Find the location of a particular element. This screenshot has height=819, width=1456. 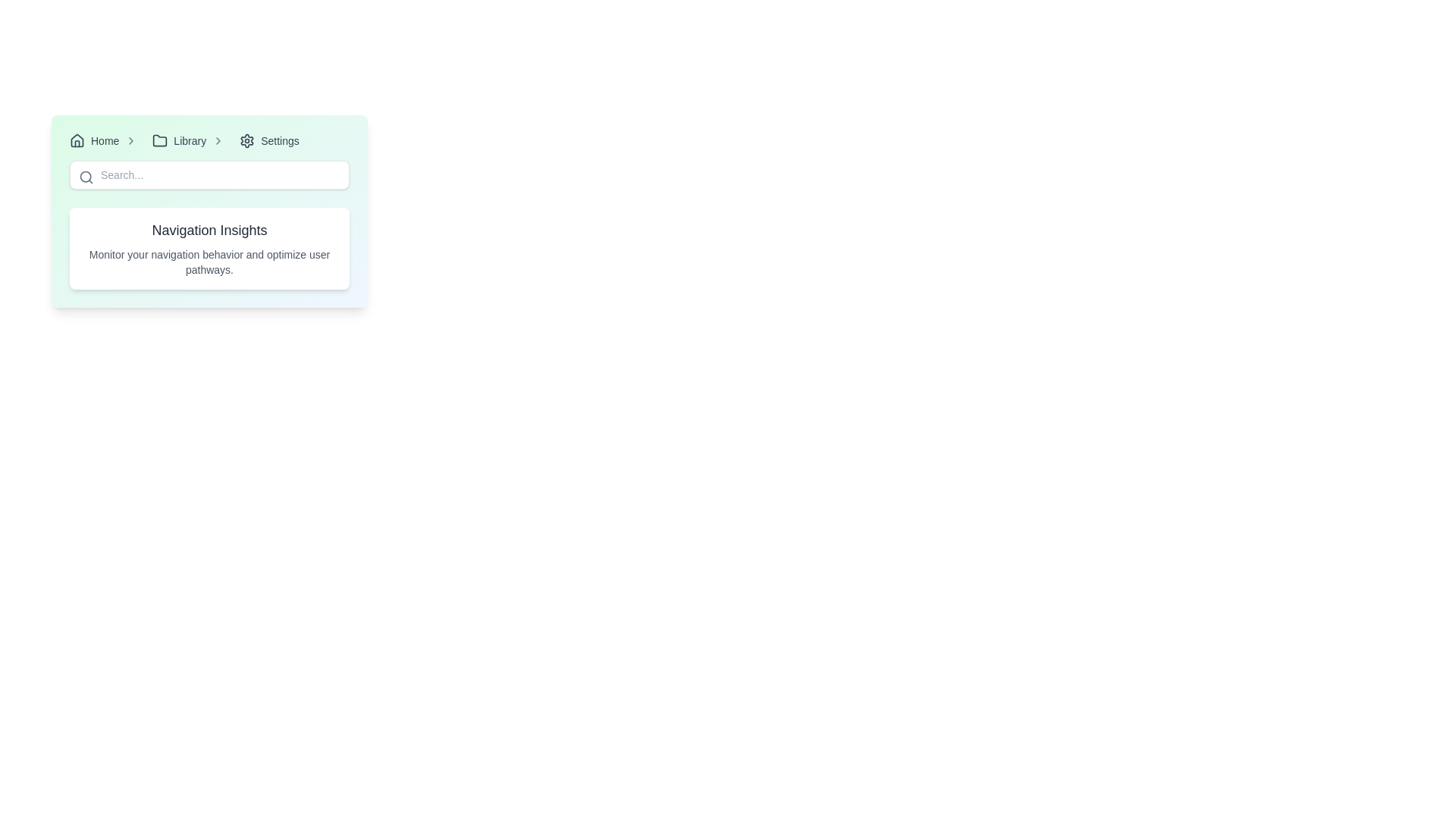

the 'Library' text label in the breadcrumb navigation, which appears to the right of a folder icon and is styled with a small font size and medium weight is located at coordinates (189, 140).